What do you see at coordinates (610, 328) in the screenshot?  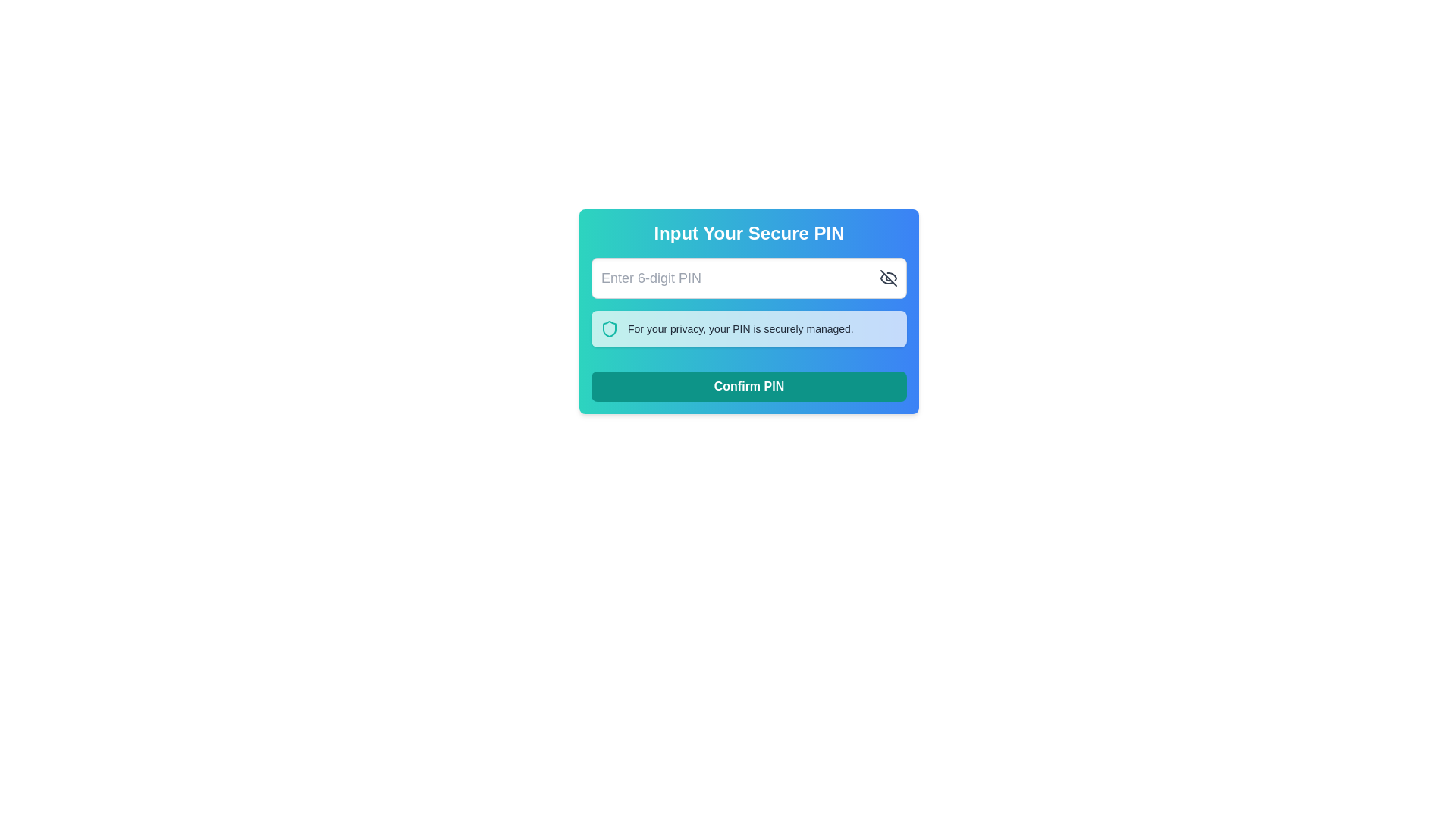 I see `the shield icon that represents security, located adjacent to the text 'For your privacy, your PIN is securely managed.'` at bounding box center [610, 328].